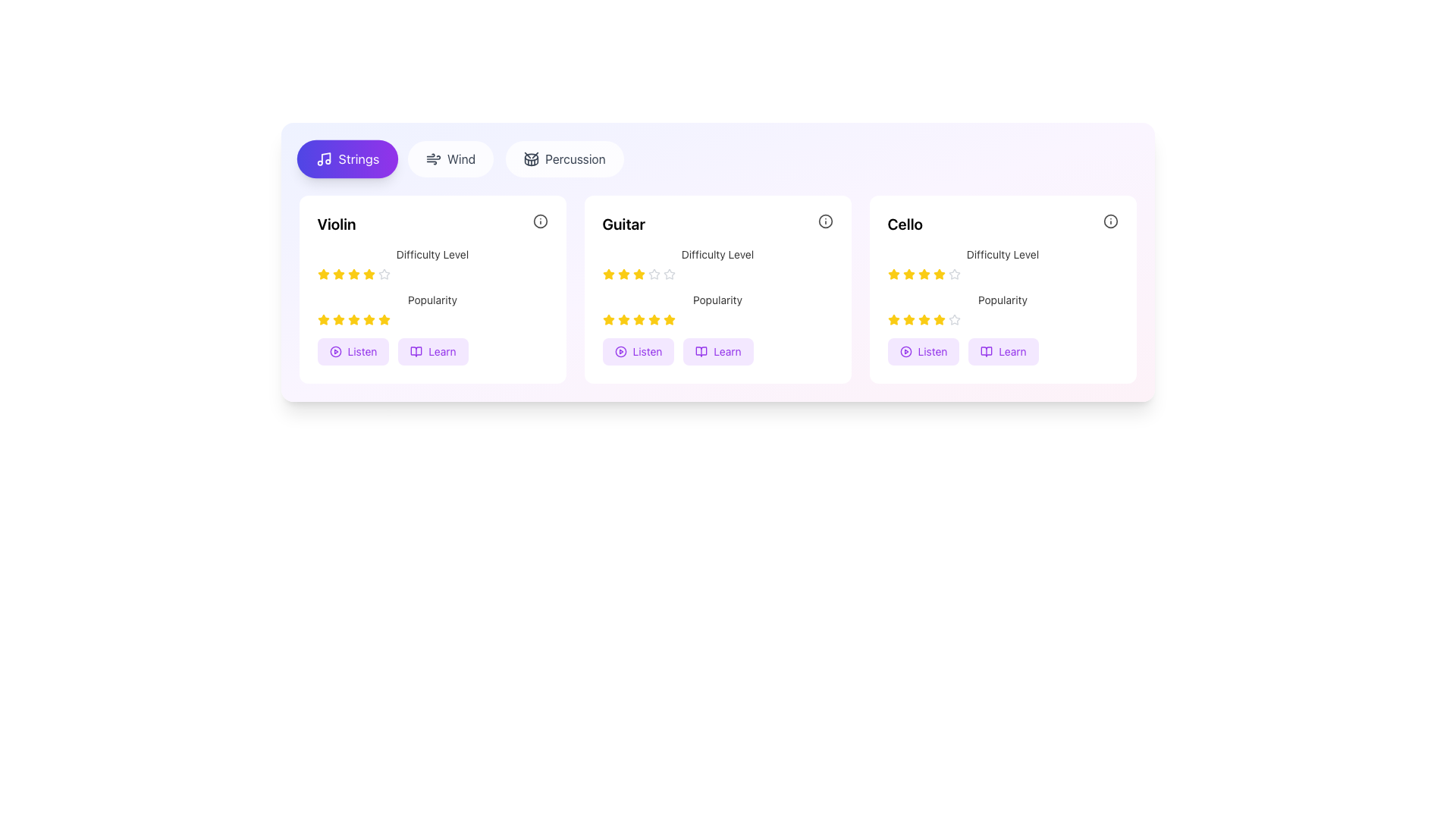 The width and height of the screenshot is (1456, 819). Describe the element at coordinates (336, 224) in the screenshot. I see `the 'Violin' text label, which is styled prominently as a title in bold, large font within the first card of the 'Strings' category section` at that location.